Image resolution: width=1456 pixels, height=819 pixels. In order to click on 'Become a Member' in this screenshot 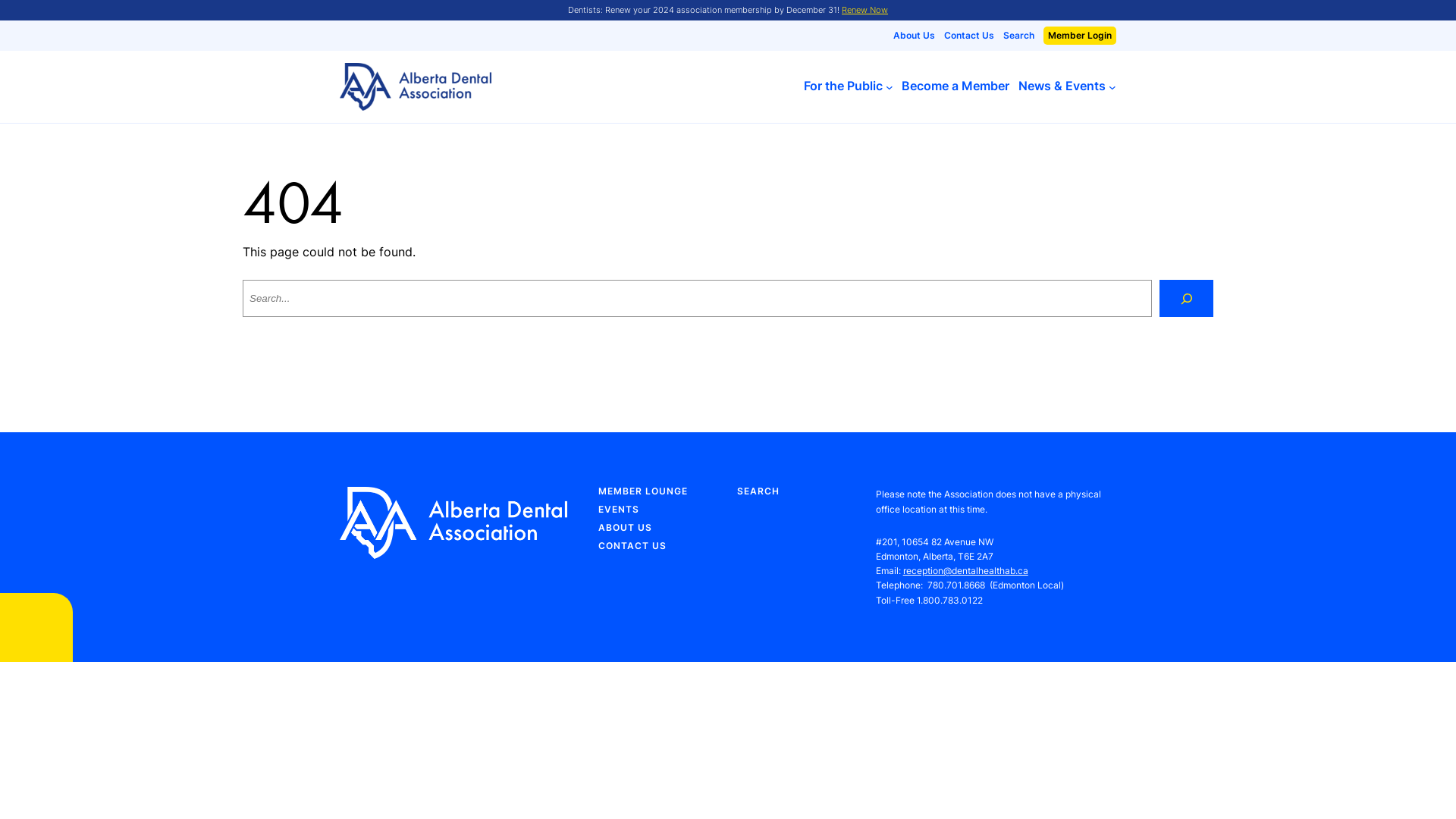, I will do `click(954, 86)`.